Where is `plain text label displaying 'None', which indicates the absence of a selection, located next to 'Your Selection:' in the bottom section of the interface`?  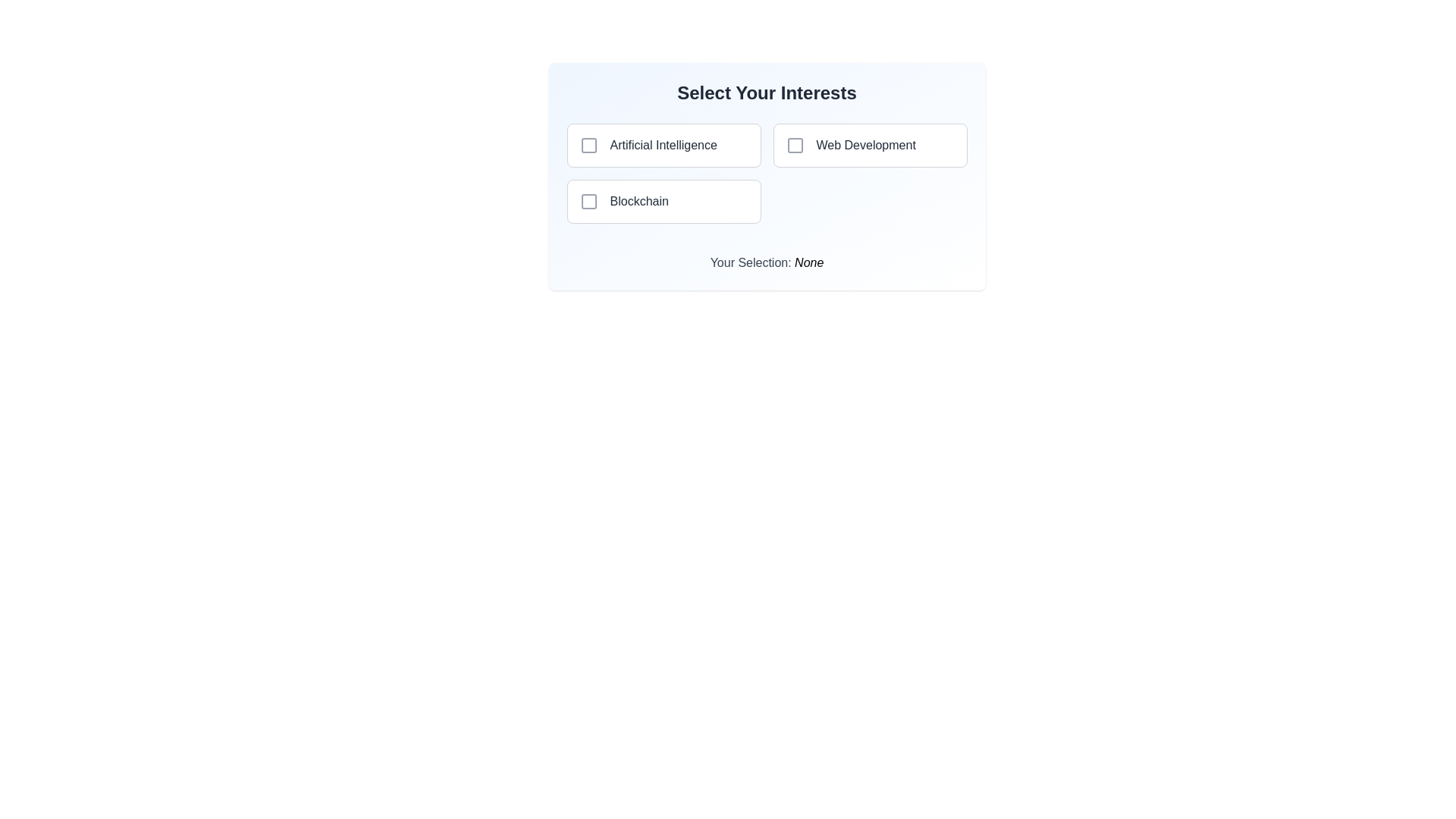 plain text label displaying 'None', which indicates the absence of a selection, located next to 'Your Selection:' in the bottom section of the interface is located at coordinates (808, 262).